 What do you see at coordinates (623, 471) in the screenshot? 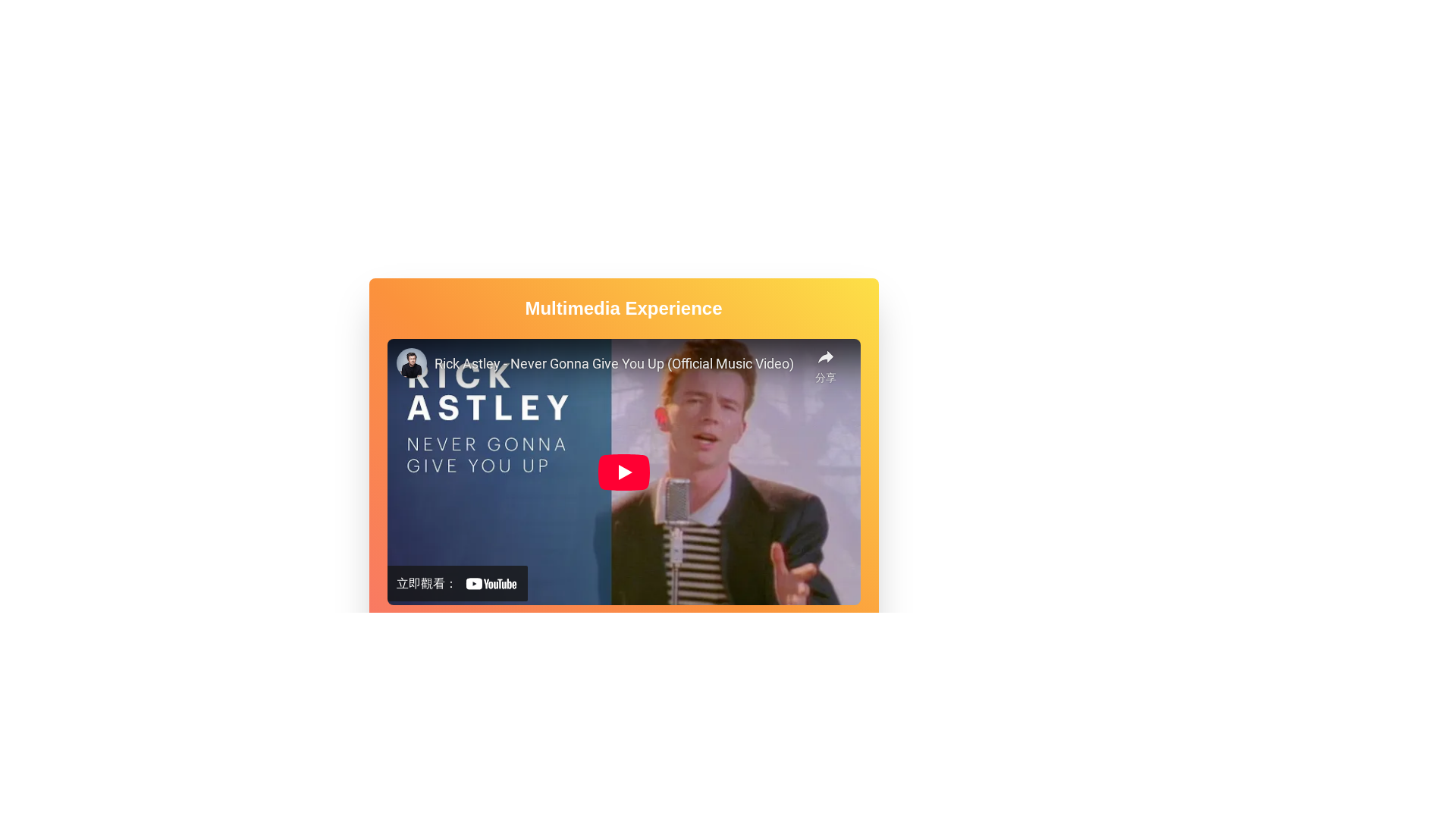
I see `the video iframe embedded within the multimedia card, located centrally below the title 'Multimedia Experience' and above the controls` at bounding box center [623, 471].